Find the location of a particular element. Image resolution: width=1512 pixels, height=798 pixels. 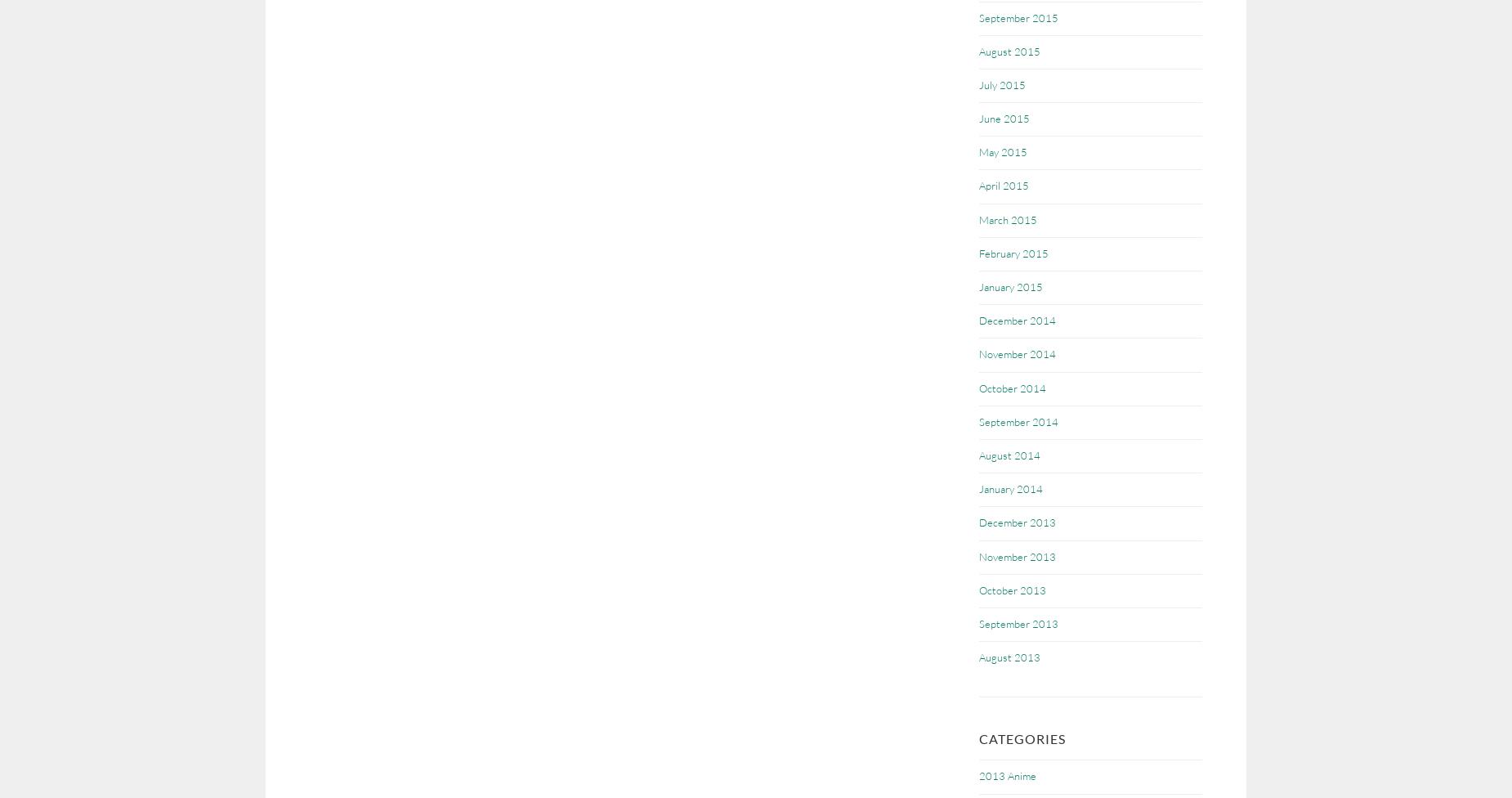

'August 2013' is located at coordinates (1009, 657).